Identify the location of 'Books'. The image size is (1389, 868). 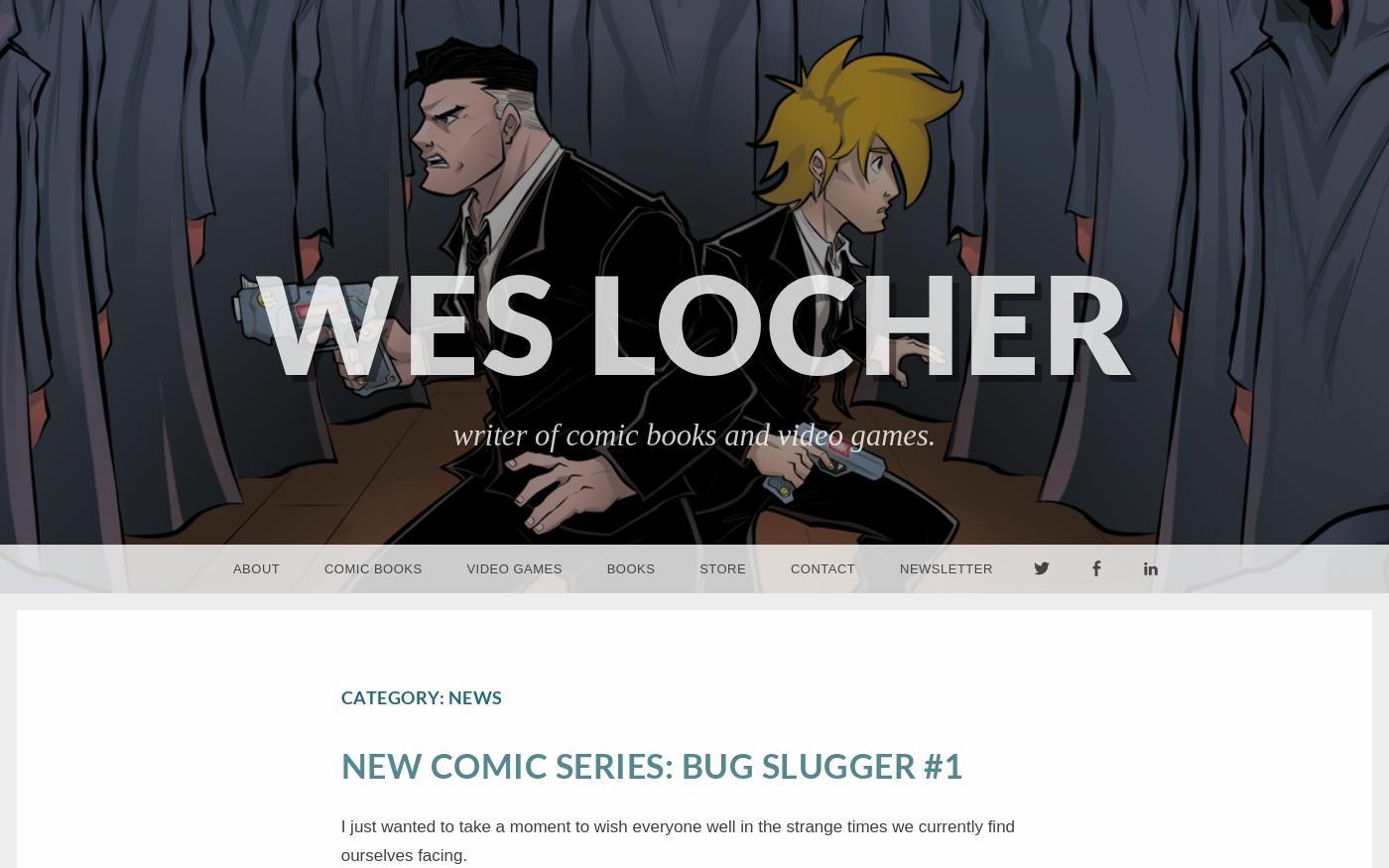
(630, 568).